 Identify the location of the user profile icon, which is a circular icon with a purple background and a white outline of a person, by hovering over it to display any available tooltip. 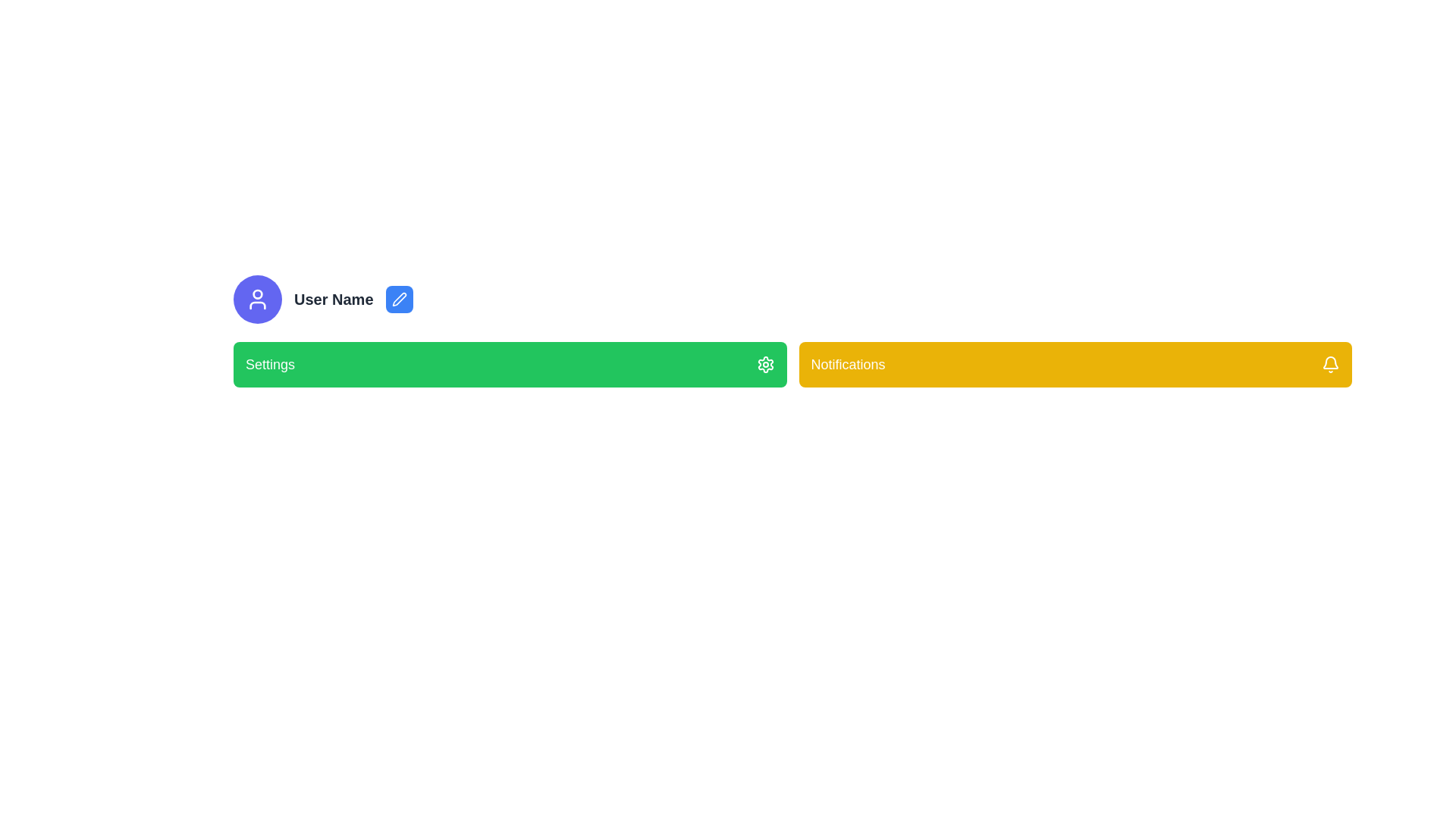
(258, 299).